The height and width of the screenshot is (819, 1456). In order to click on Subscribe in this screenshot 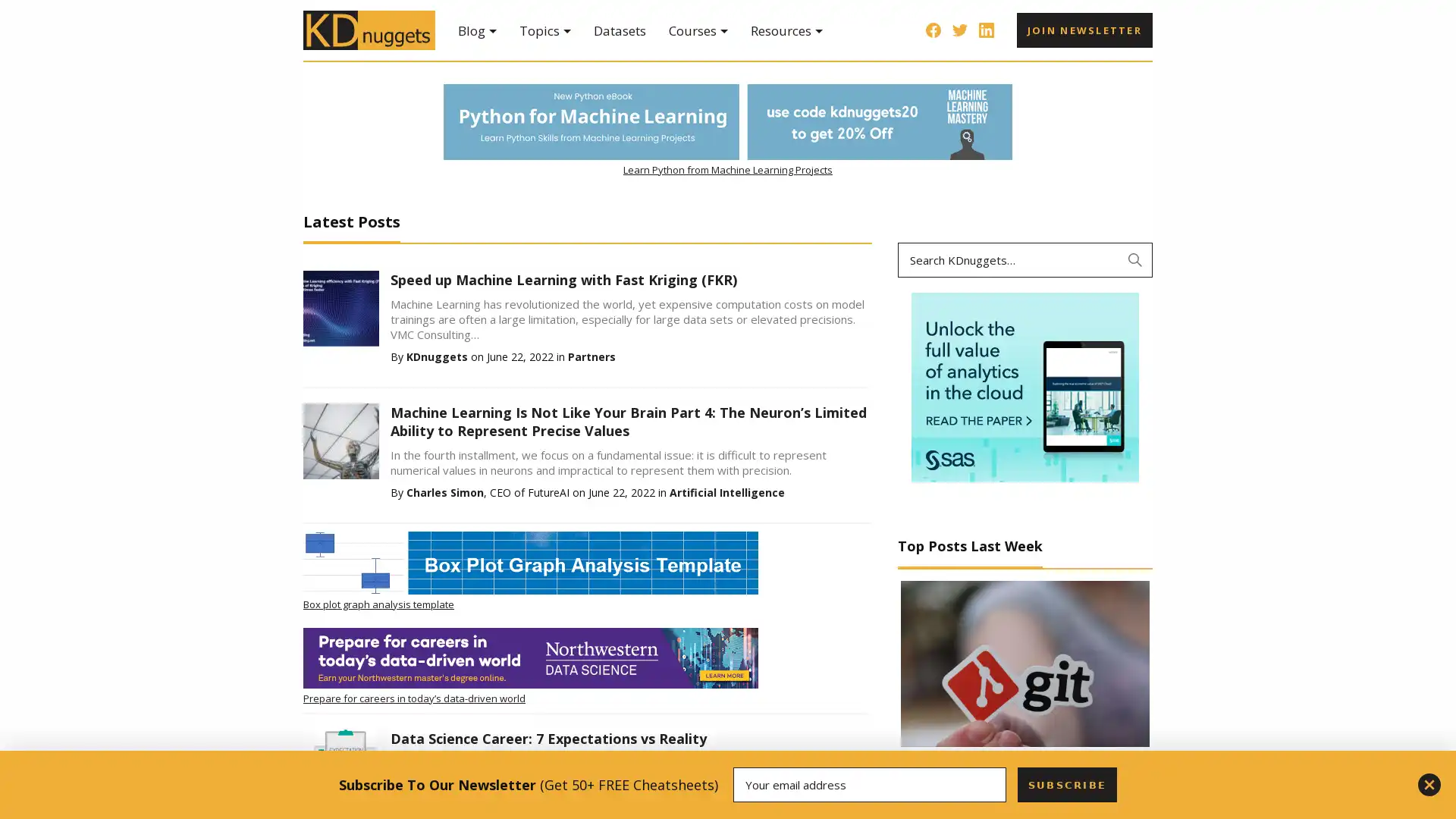, I will do `click(1065, 784)`.